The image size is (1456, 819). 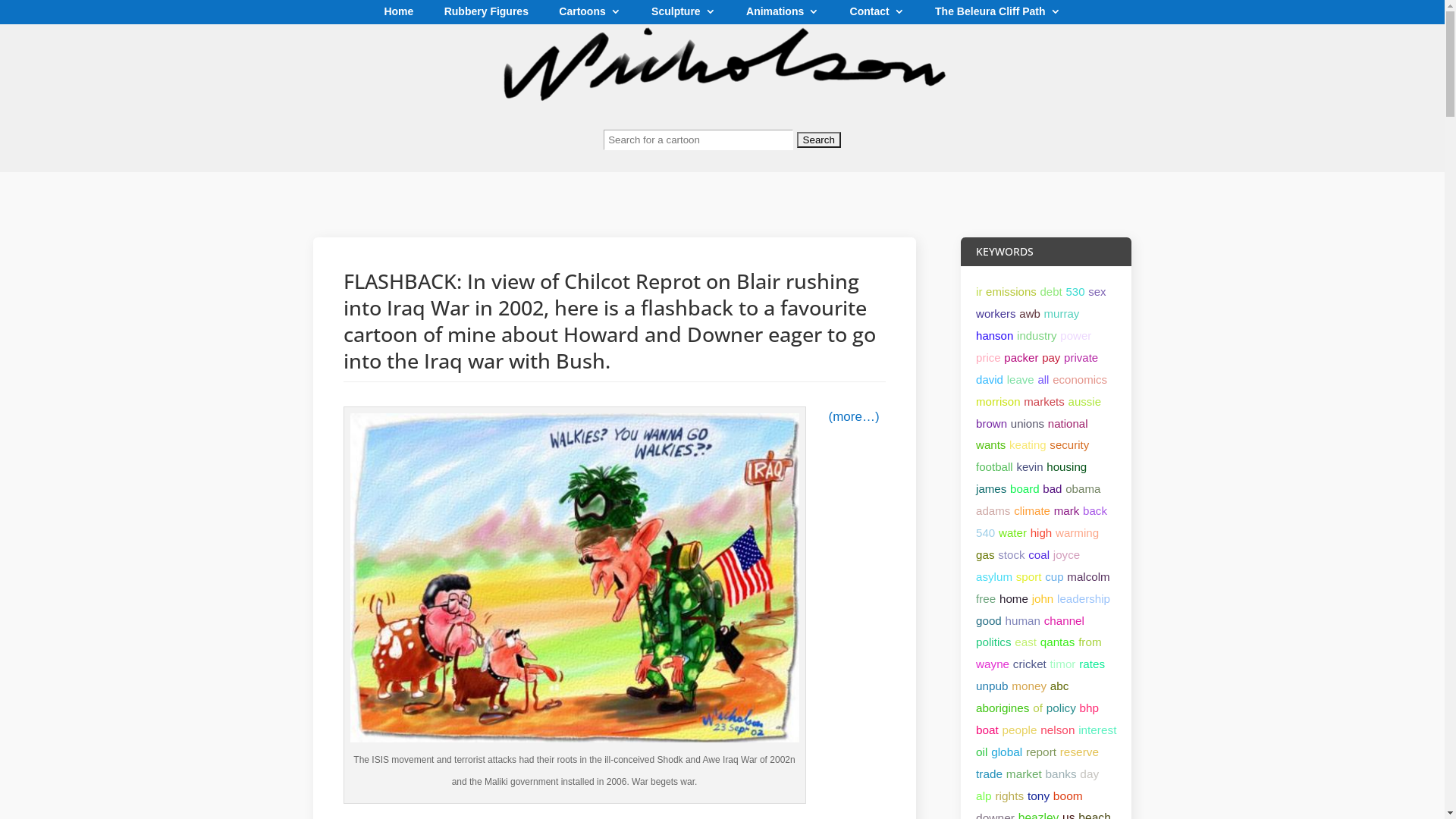 I want to click on 'pay', so click(x=1050, y=357).